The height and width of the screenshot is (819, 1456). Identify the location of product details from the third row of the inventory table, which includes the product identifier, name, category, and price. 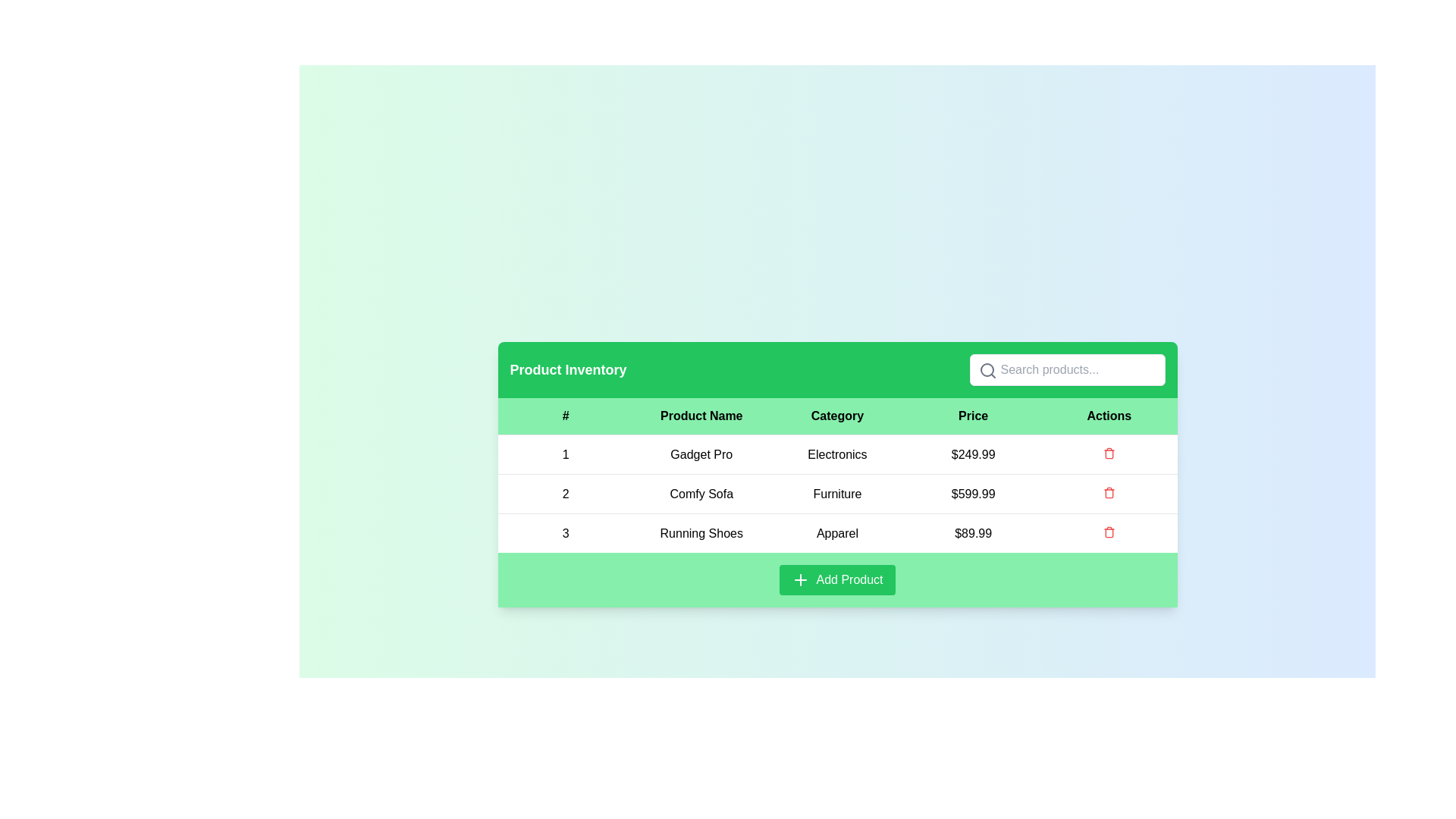
(836, 532).